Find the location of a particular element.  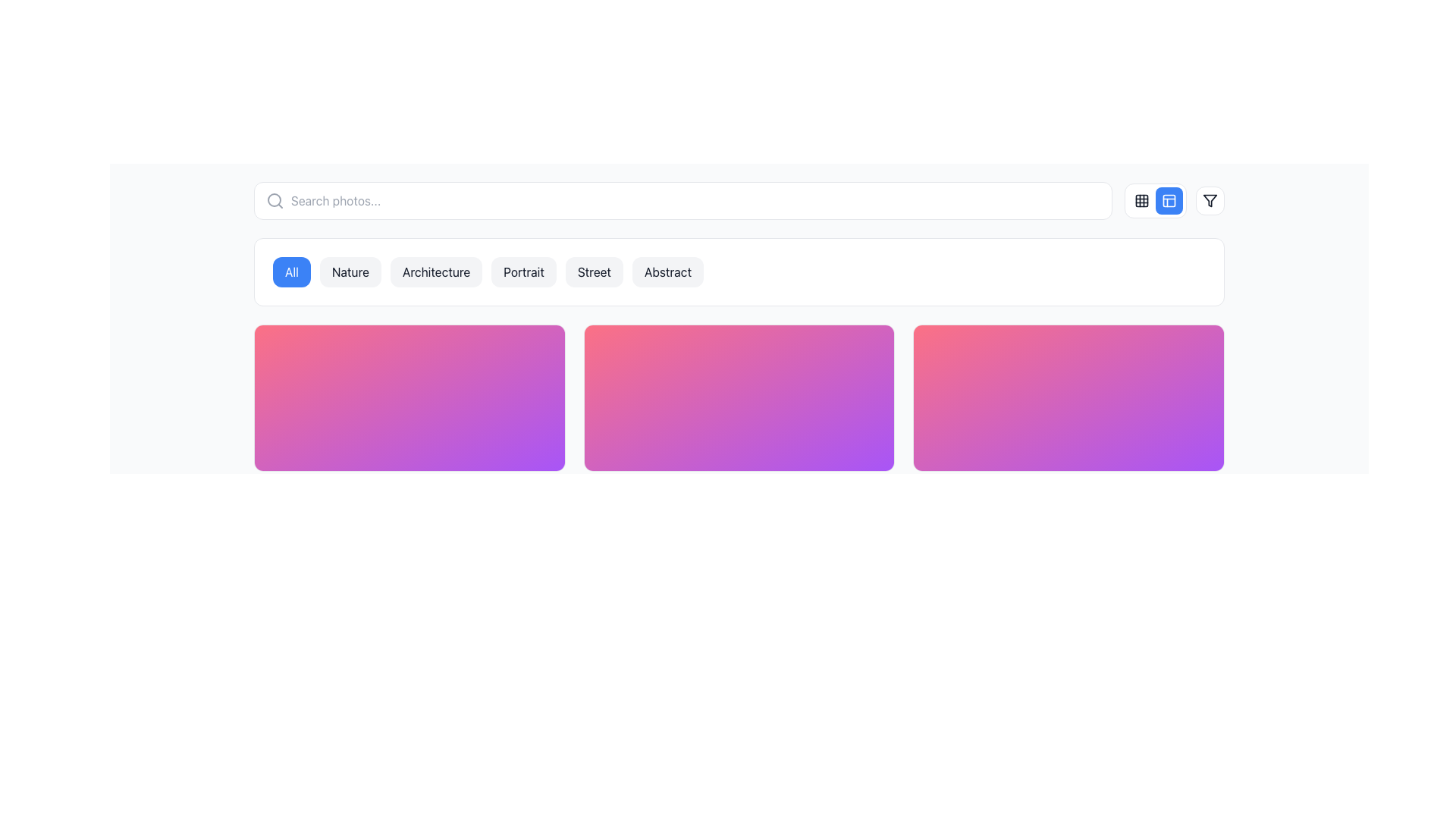

the Icon button located in the top-right corner of the main interface is located at coordinates (1210, 200).